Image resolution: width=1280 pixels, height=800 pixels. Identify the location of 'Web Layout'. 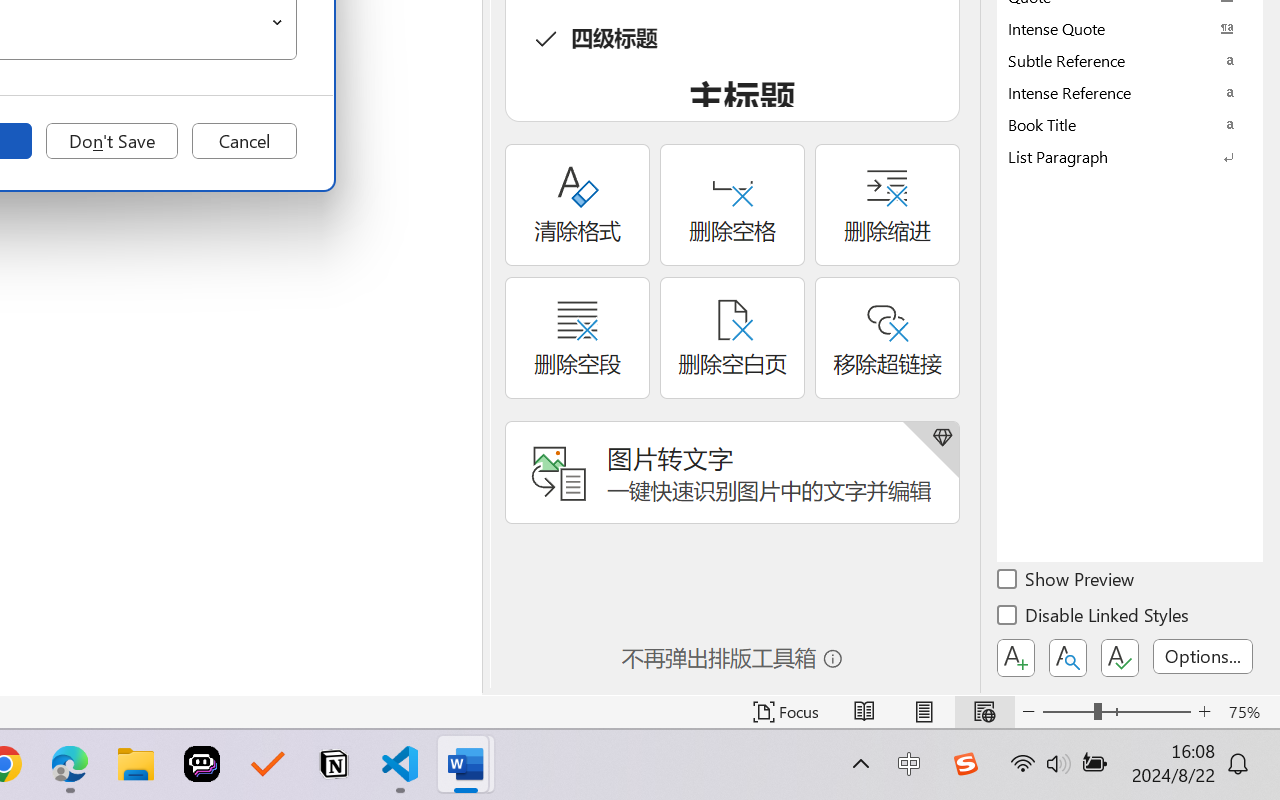
(984, 711).